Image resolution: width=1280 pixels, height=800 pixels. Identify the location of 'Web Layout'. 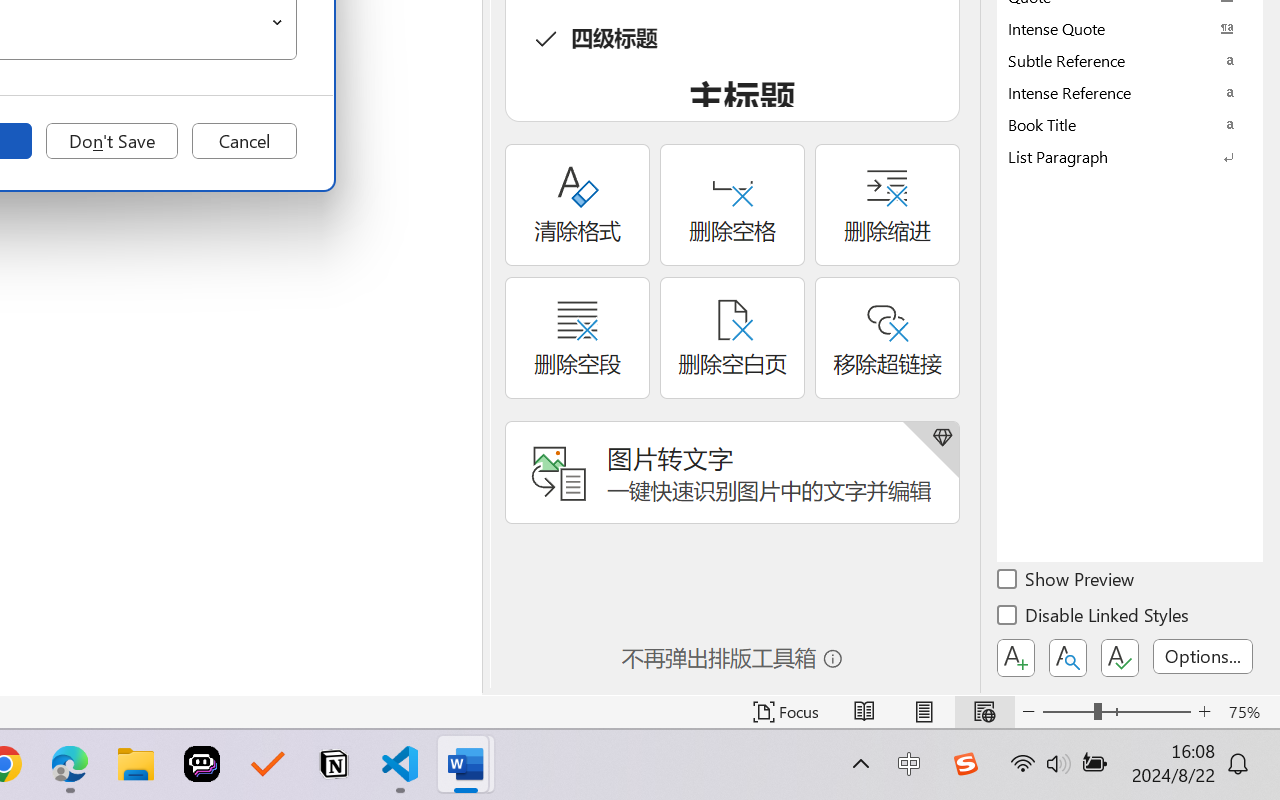
(984, 711).